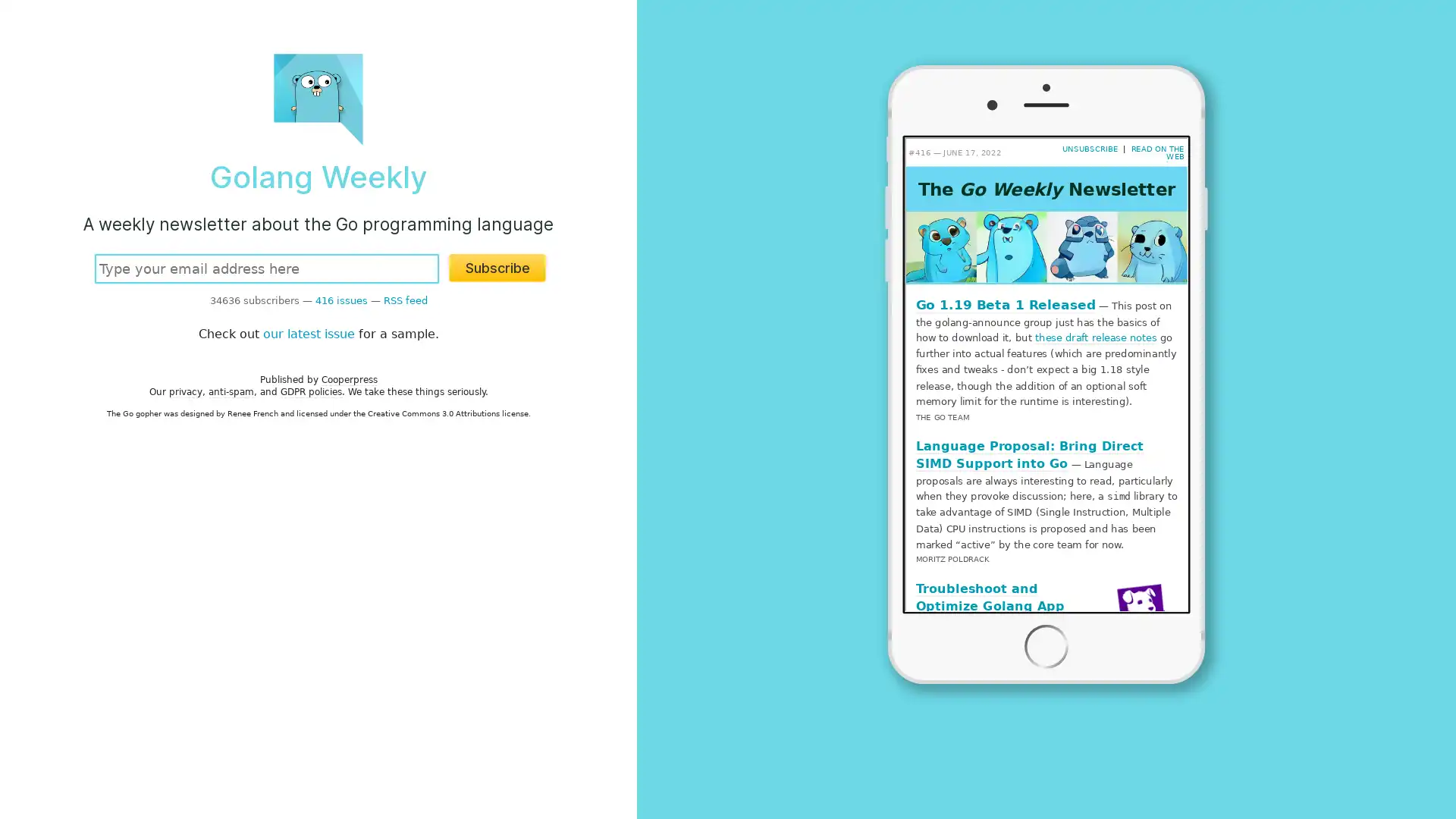 The image size is (1456, 819). What do you see at coordinates (497, 266) in the screenshot?
I see `Subscribe` at bounding box center [497, 266].